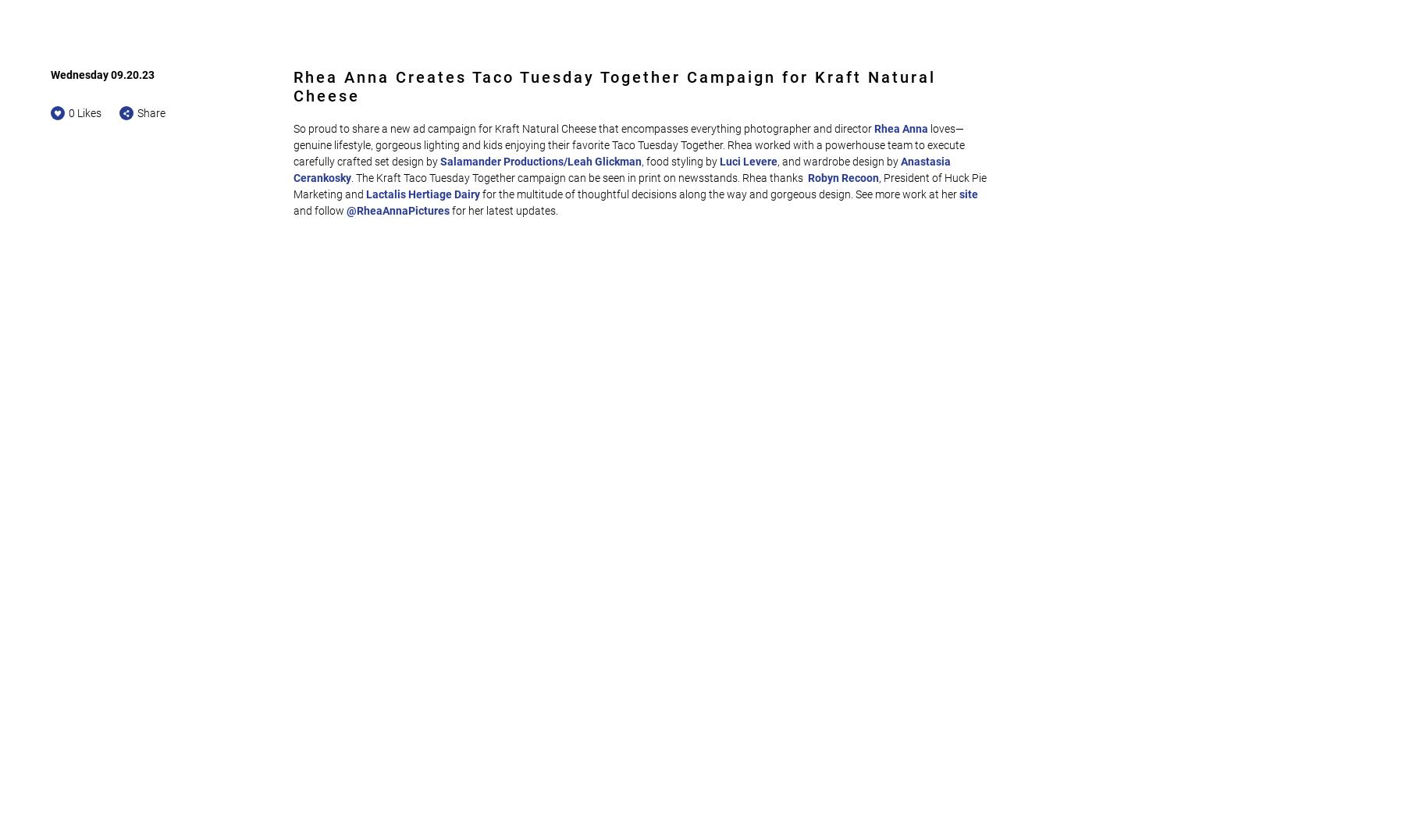 This screenshot has width=1409, height=840. What do you see at coordinates (136, 113) in the screenshot?
I see `'Share'` at bounding box center [136, 113].